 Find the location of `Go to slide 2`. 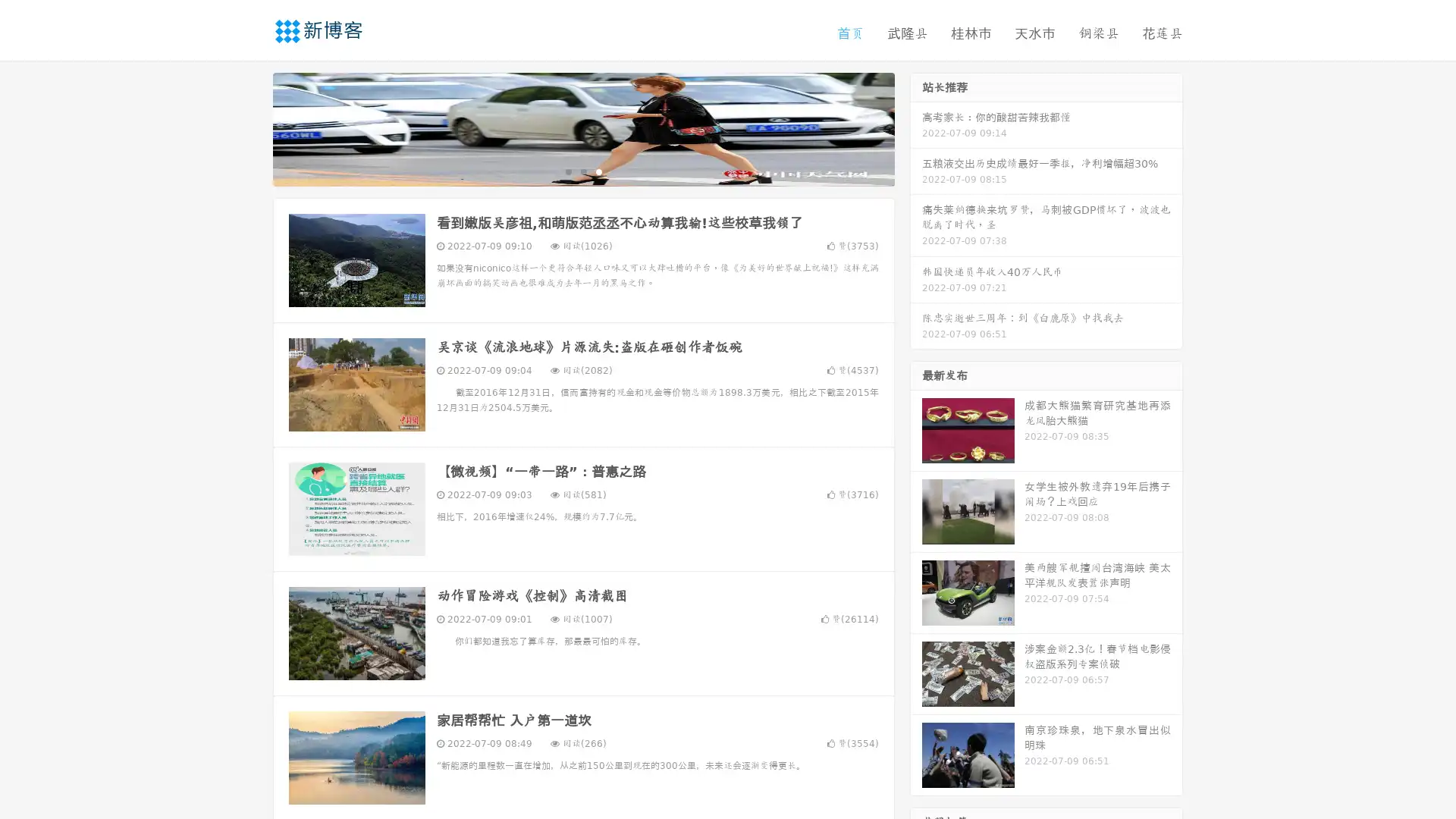

Go to slide 2 is located at coordinates (582, 171).